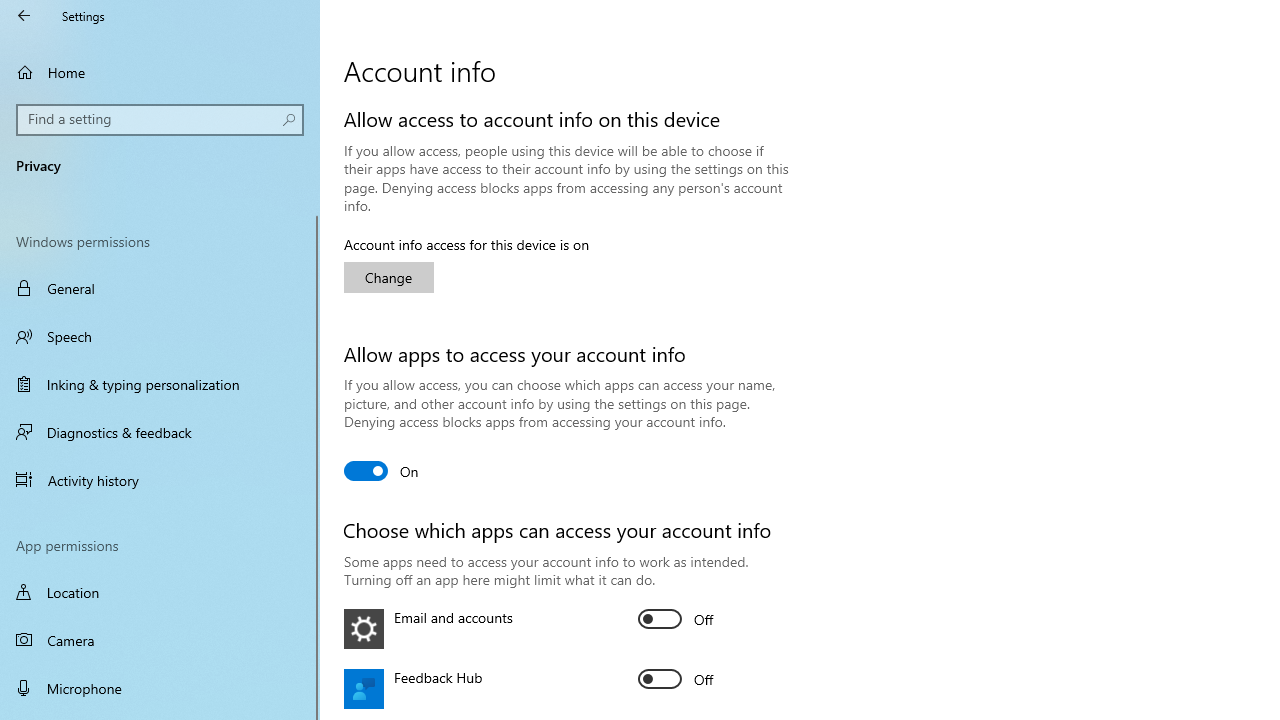 The height and width of the screenshot is (720, 1280). What do you see at coordinates (160, 591) in the screenshot?
I see `'Location'` at bounding box center [160, 591].